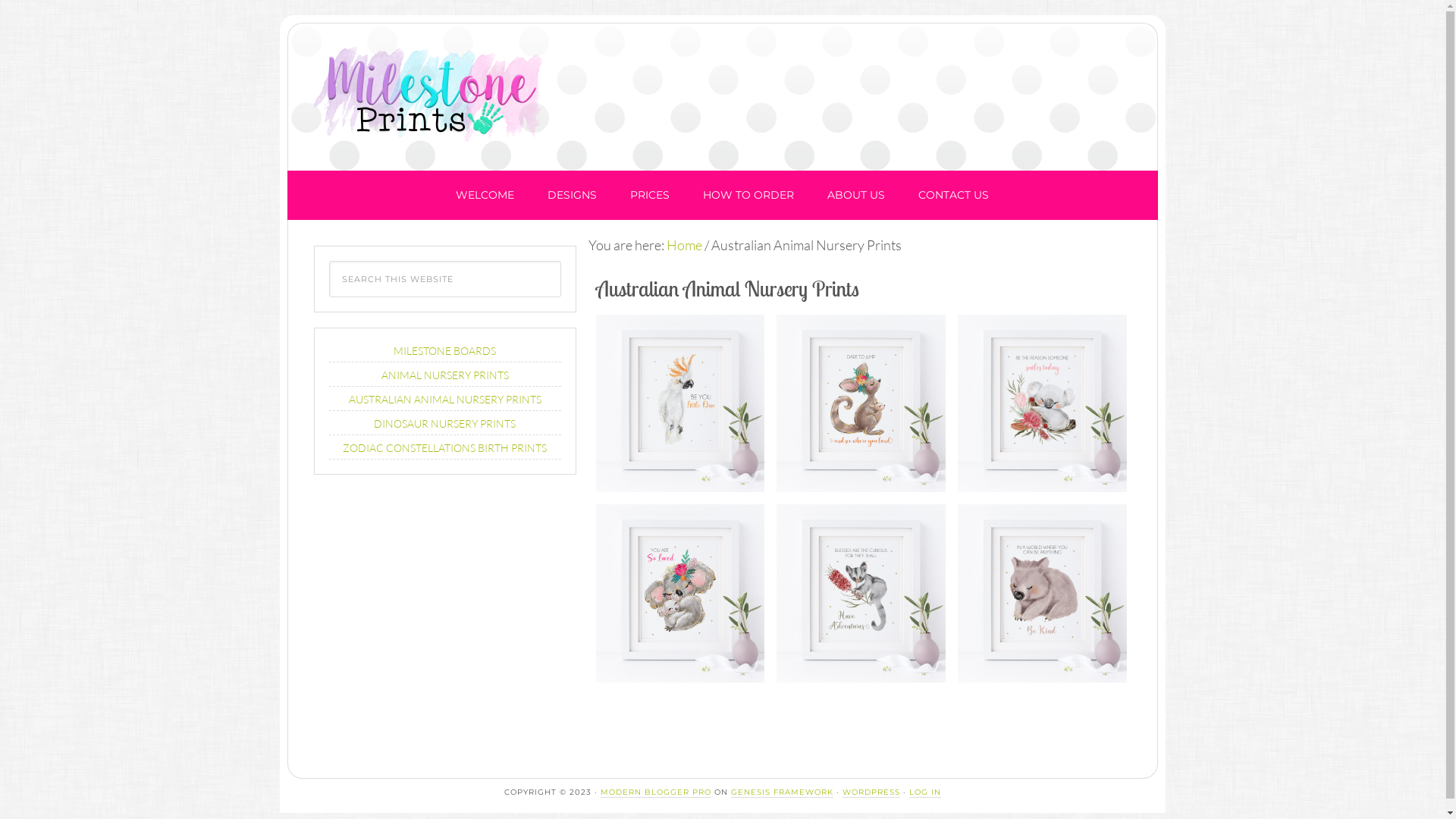 This screenshot has height=819, width=1456. What do you see at coordinates (782, 792) in the screenshot?
I see `'GENESIS FRAMEWORK'` at bounding box center [782, 792].